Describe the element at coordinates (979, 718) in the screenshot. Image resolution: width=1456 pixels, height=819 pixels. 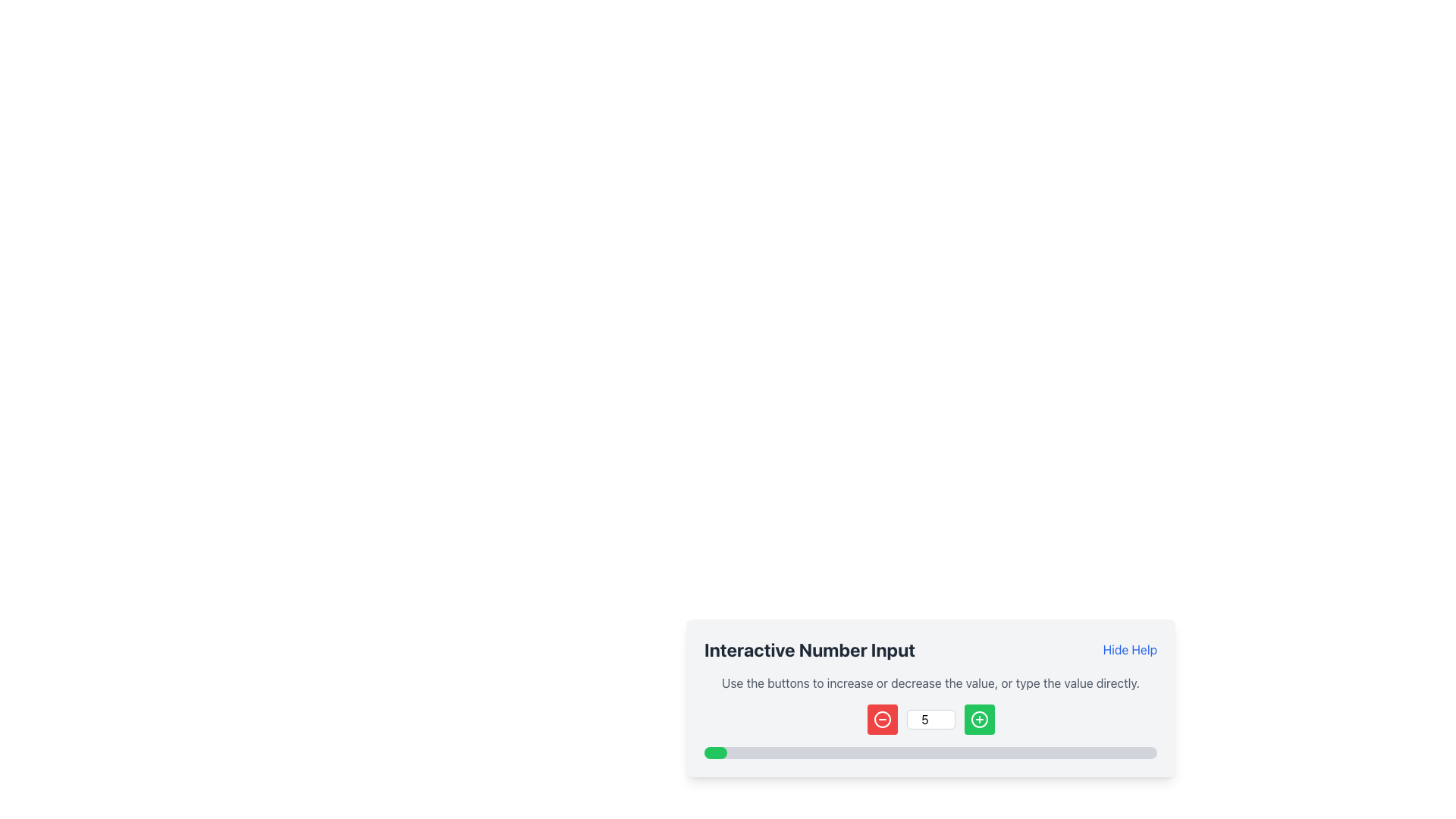
I see `the increment button located on the rightmost side of the interactive elements to increment the value displayed in the input field` at that location.